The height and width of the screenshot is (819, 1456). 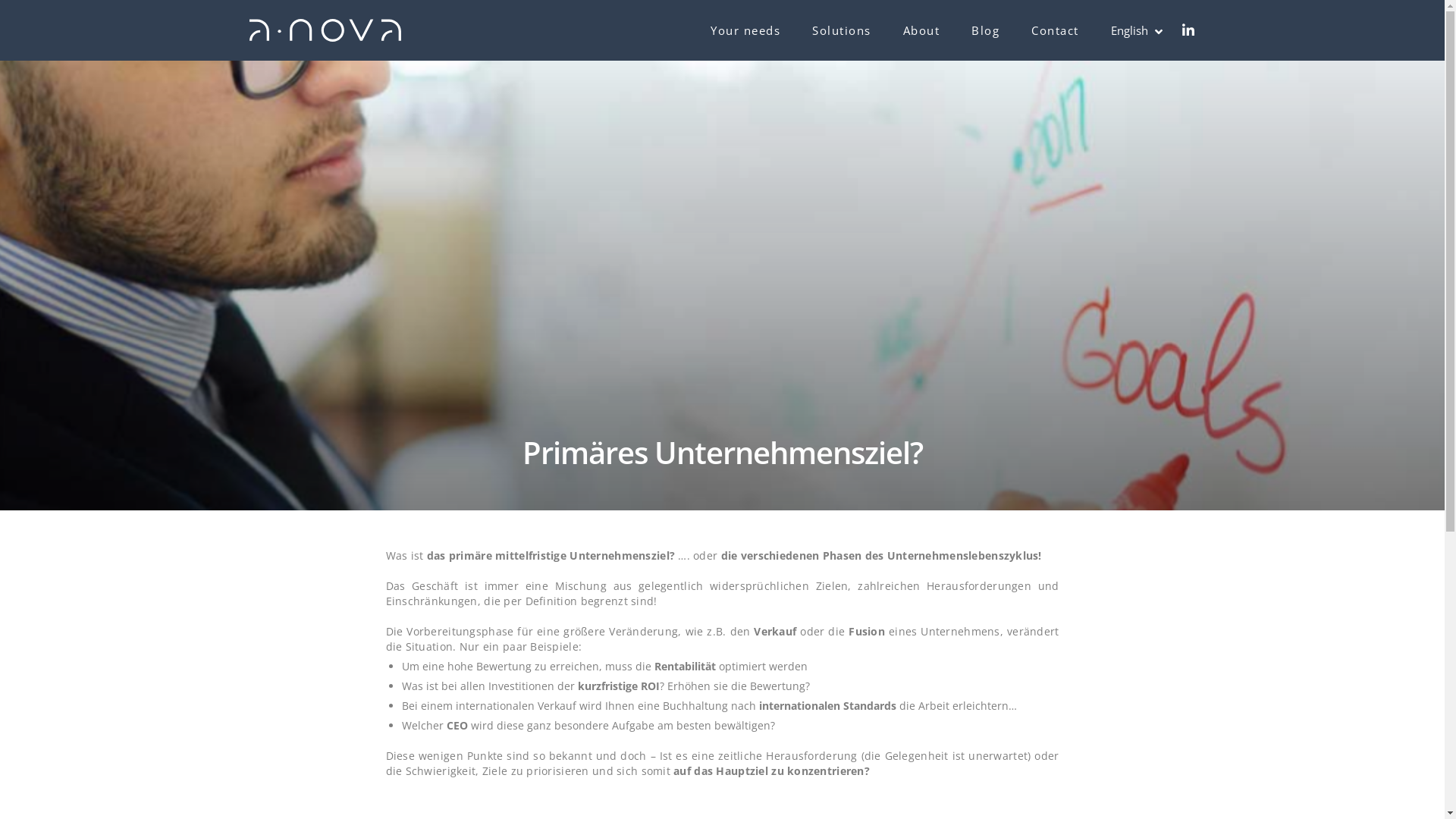 I want to click on 'Contact', so click(x=511, y=645).